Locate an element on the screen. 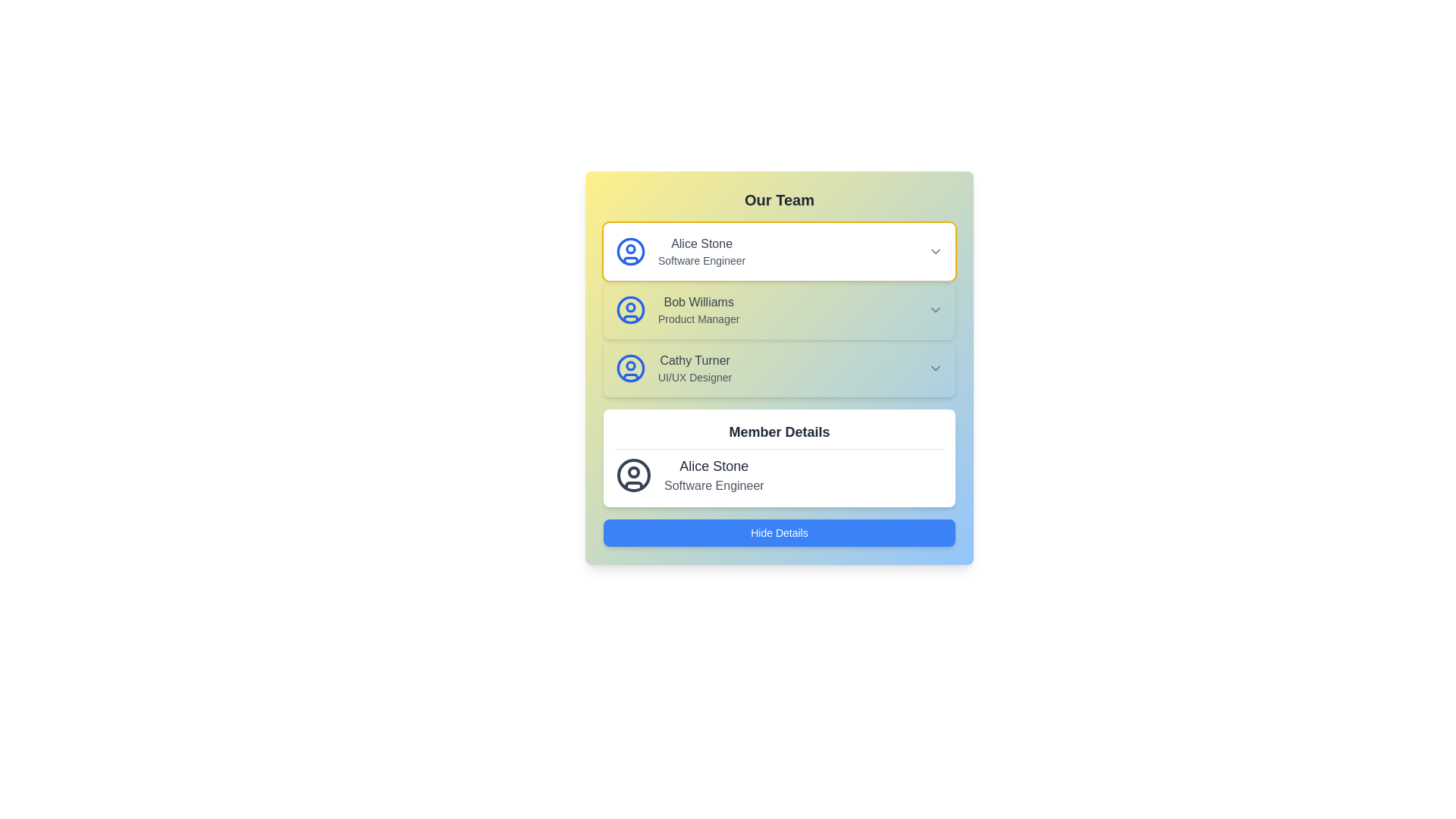 This screenshot has width=1456, height=819. the downward-facing chevron icon, which is colored in subtle gray and located to the right of 'Cathy Turner, UI/UX Designer' is located at coordinates (934, 369).